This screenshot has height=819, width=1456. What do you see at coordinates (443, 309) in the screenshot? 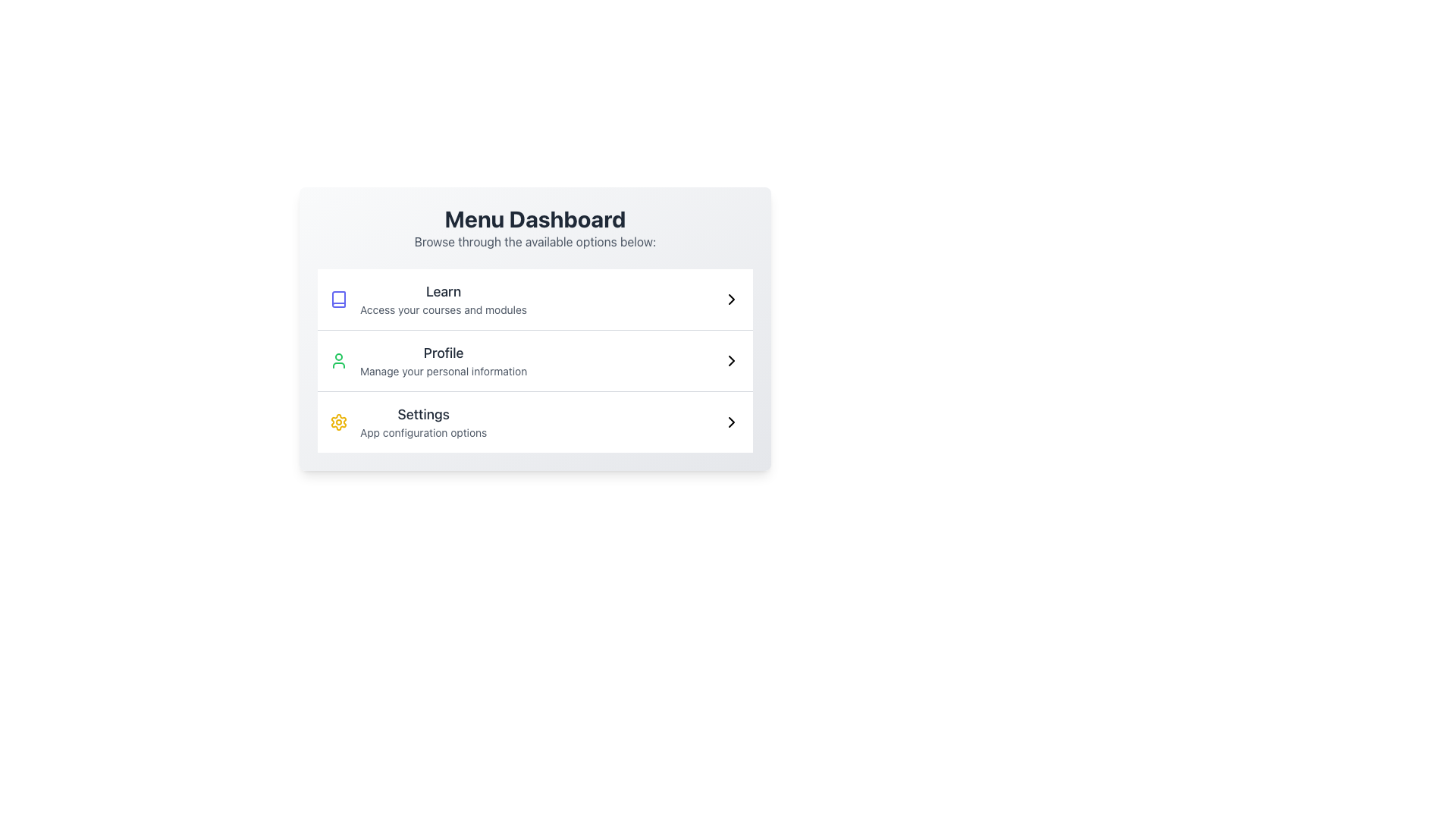
I see `the descriptive Text label located below the 'Learn' option in the card layout` at bounding box center [443, 309].